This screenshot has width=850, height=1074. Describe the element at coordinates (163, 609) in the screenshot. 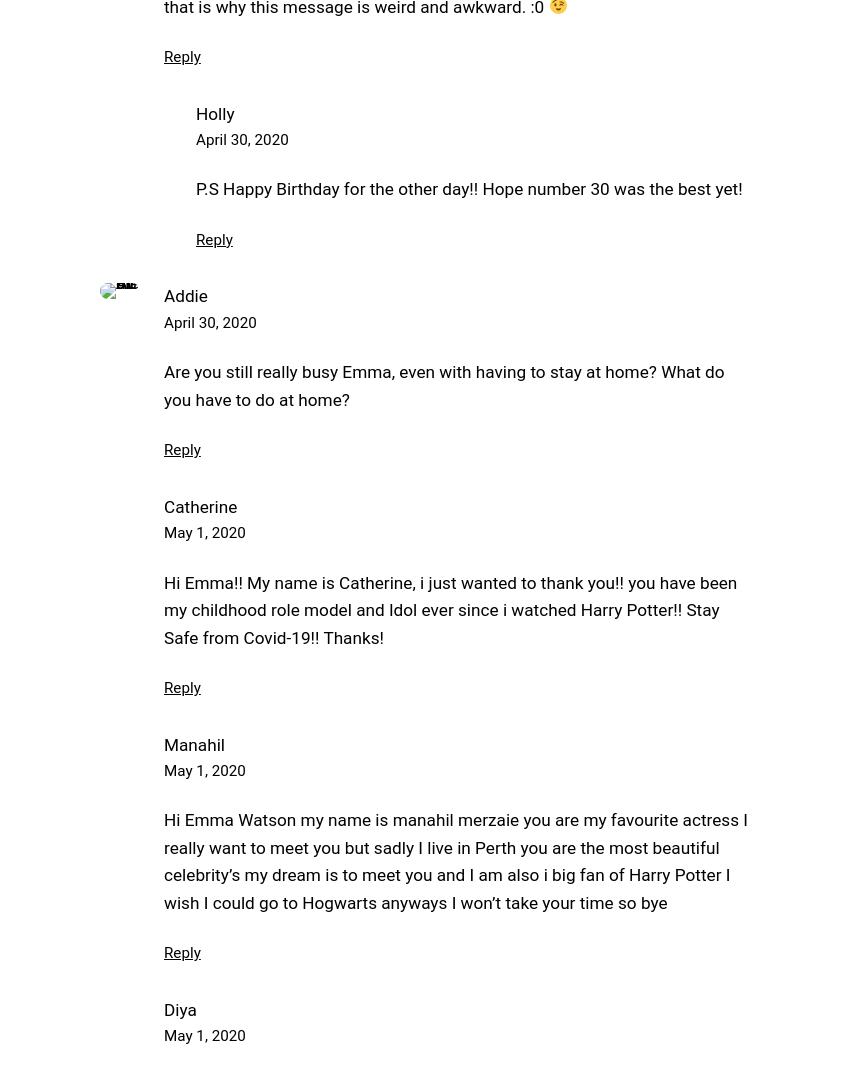

I see `'Hi Emma!! My name is Catherine, i just wanted to thank you!! you have been my childhood role model and Idol ever since i watched Harry Potter!! Stay Safe from Covid-19!! Thanks!'` at that location.